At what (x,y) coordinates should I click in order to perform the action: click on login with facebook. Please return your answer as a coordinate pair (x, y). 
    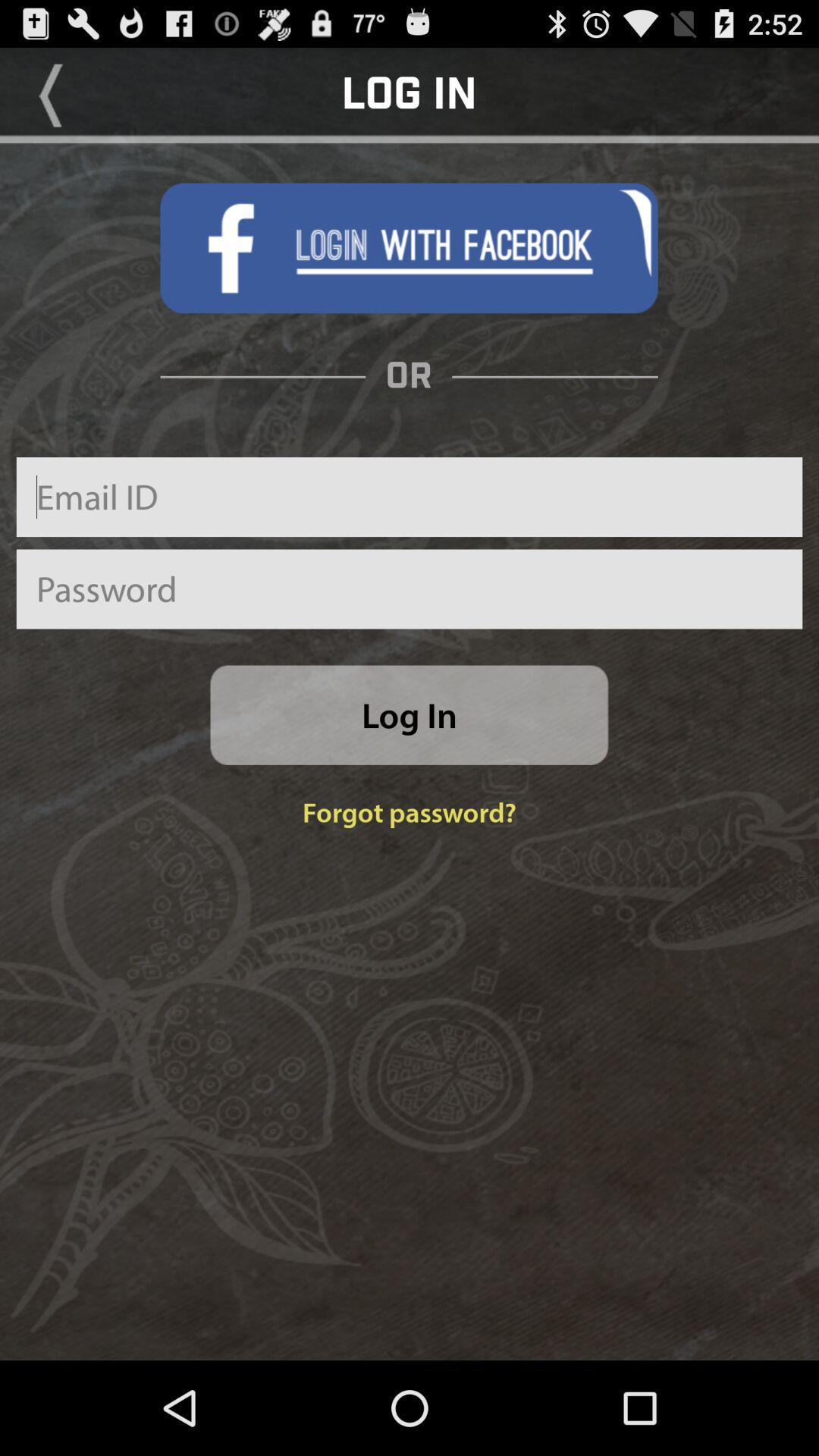
    Looking at the image, I should click on (408, 248).